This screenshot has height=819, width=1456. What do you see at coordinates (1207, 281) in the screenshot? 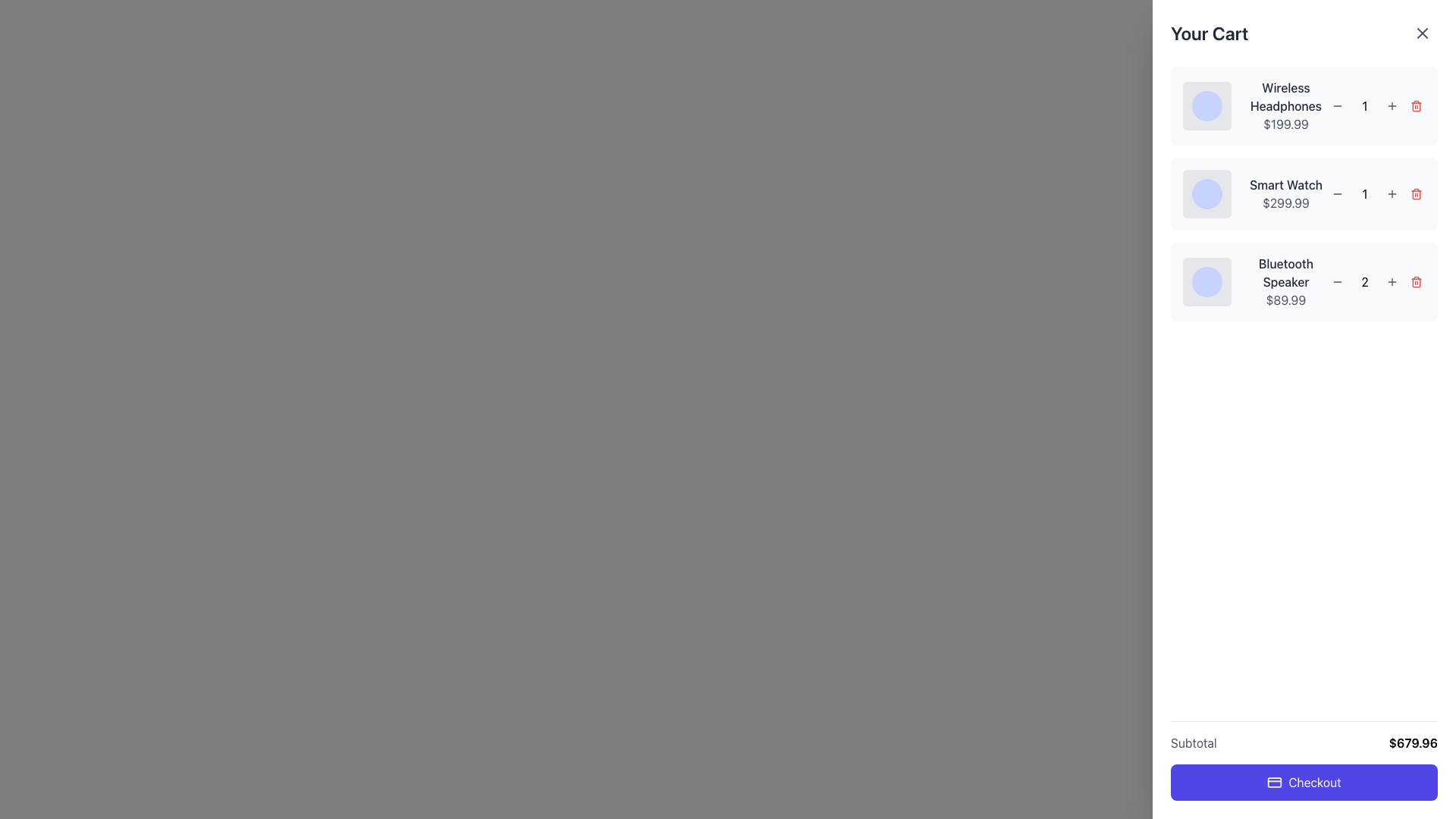
I see `the circular UI component with a light indigo background located in the bottommost product item of the shopping cart interface` at bounding box center [1207, 281].